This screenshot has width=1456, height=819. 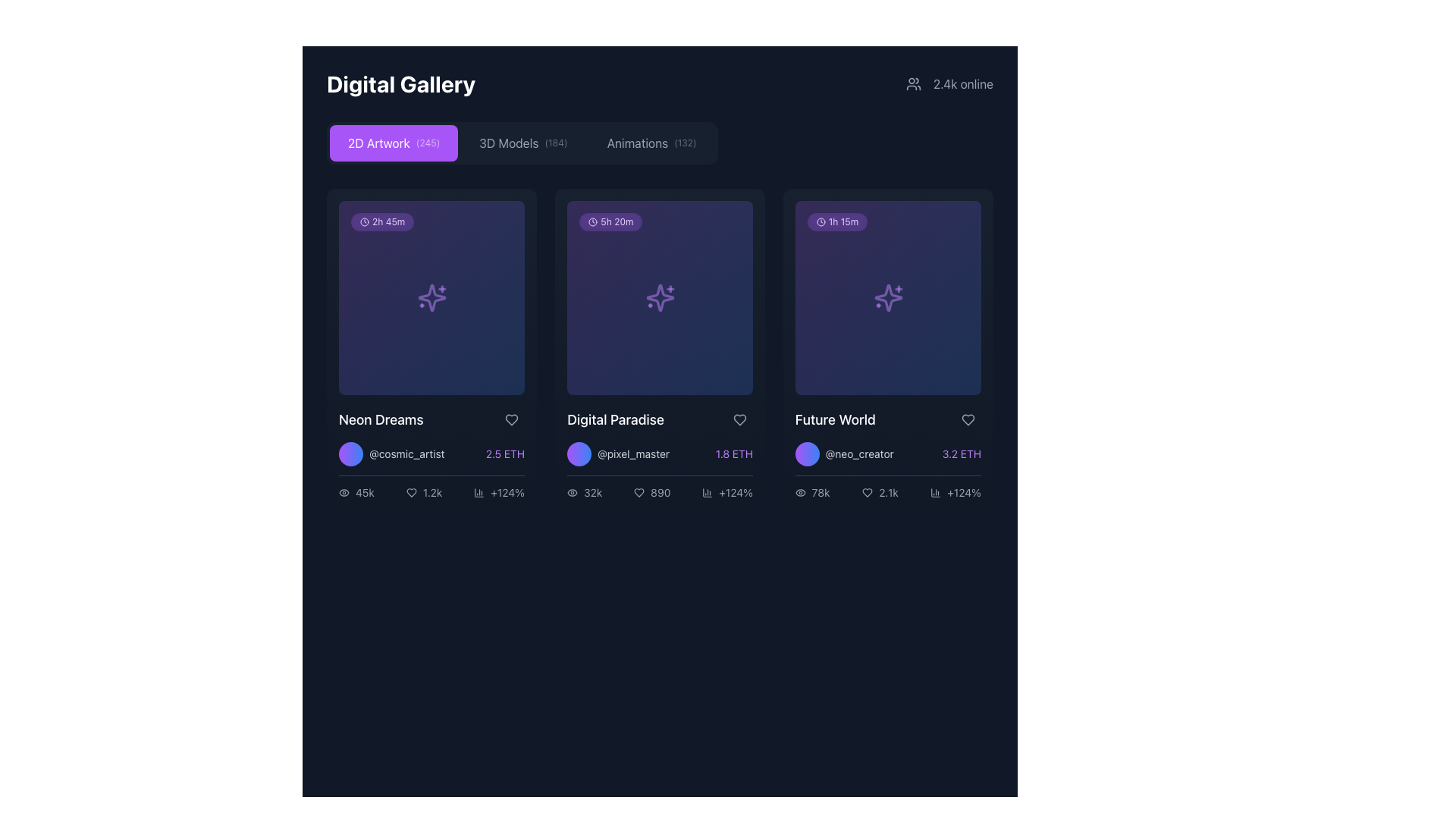 What do you see at coordinates (431, 298) in the screenshot?
I see `the Decorative Icon located in the center of the first card under the '2D Artwork' tab, which represents a feature or thematic decoration with a 'sparkle' effect` at bounding box center [431, 298].